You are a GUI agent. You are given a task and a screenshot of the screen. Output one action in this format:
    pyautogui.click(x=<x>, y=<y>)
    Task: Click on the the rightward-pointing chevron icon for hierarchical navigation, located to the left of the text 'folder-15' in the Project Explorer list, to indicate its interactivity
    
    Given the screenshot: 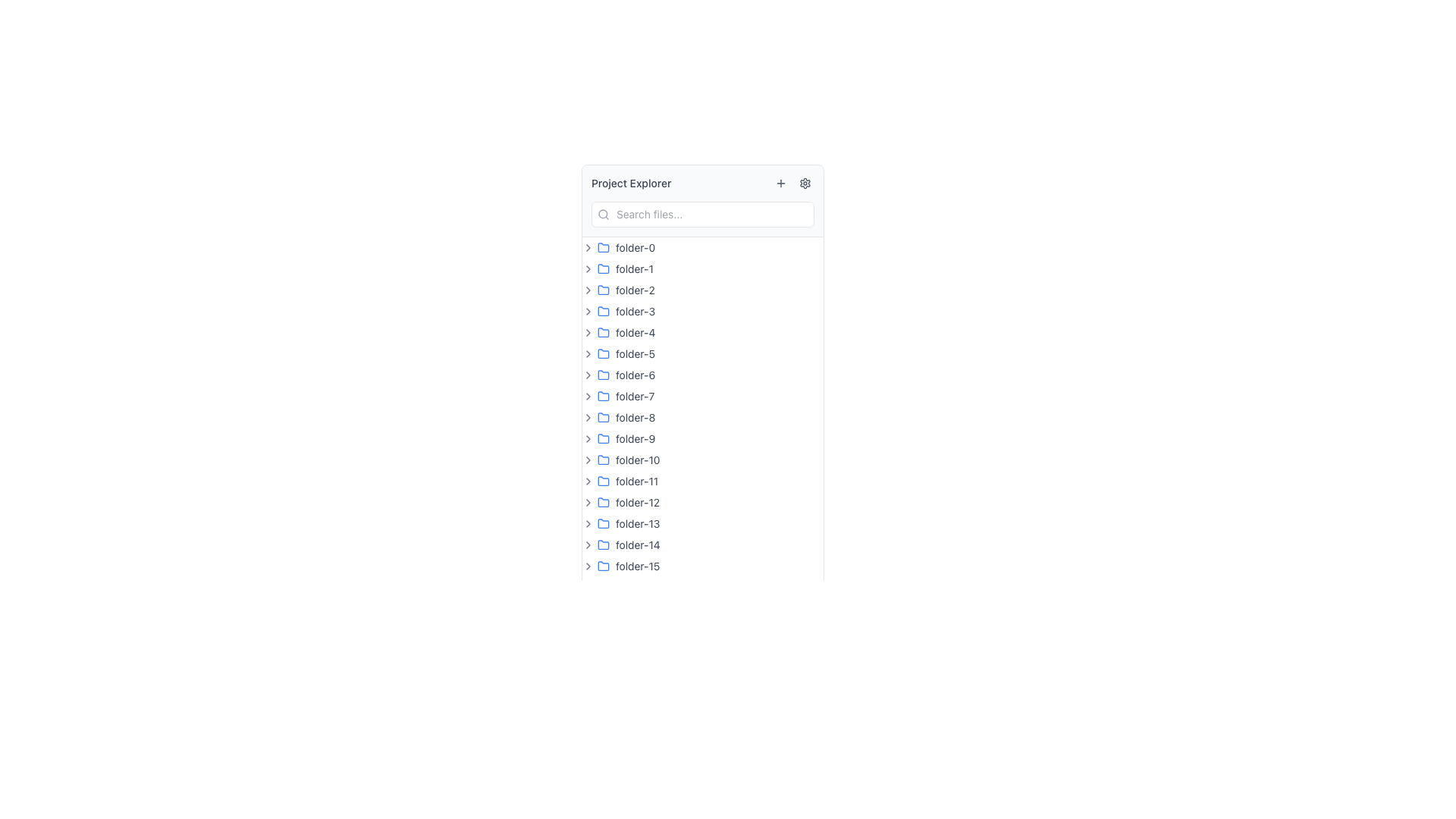 What is the action you would take?
    pyautogui.click(x=588, y=566)
    